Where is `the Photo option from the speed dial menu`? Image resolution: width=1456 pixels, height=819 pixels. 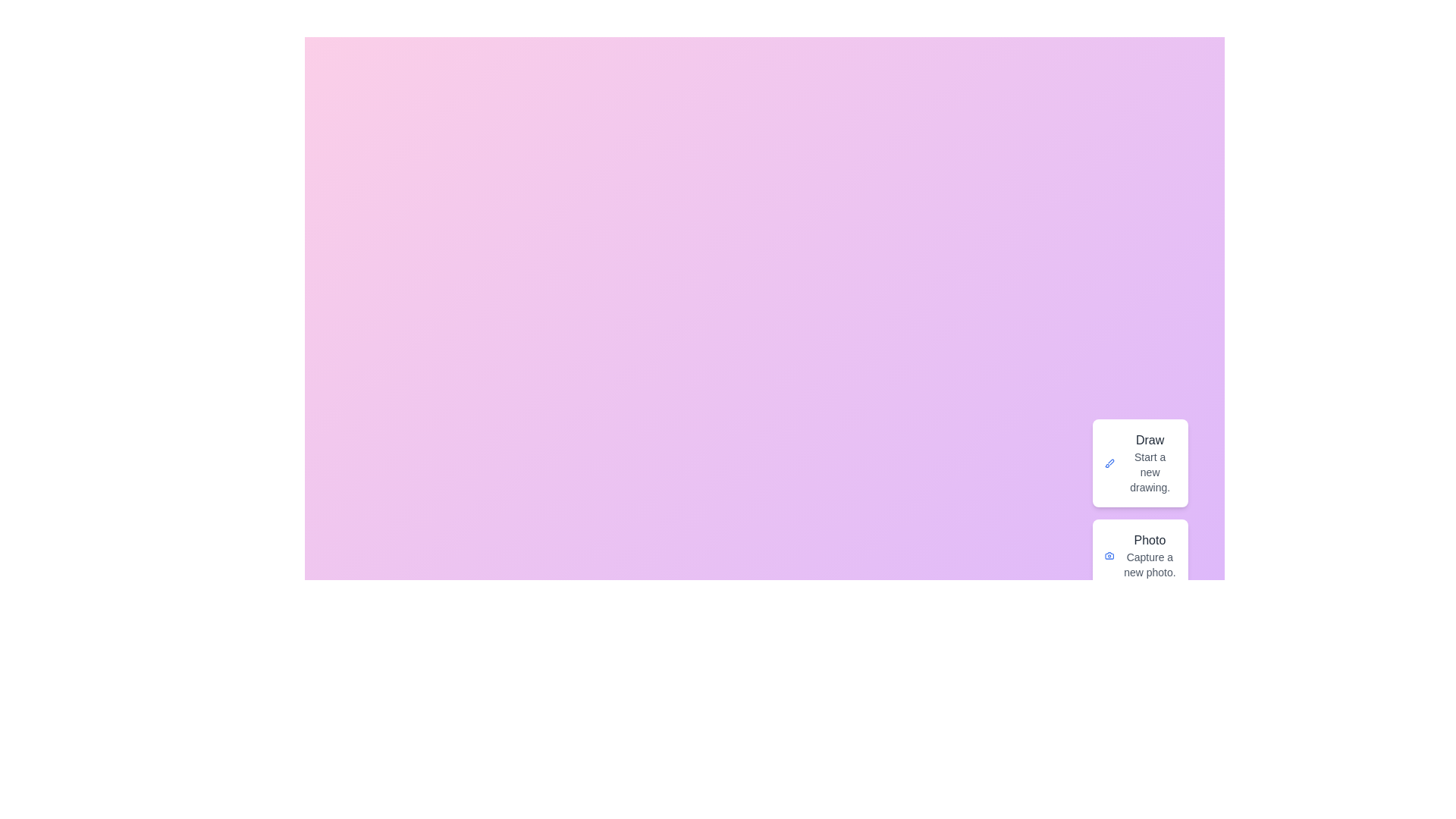 the Photo option from the speed dial menu is located at coordinates (1140, 555).